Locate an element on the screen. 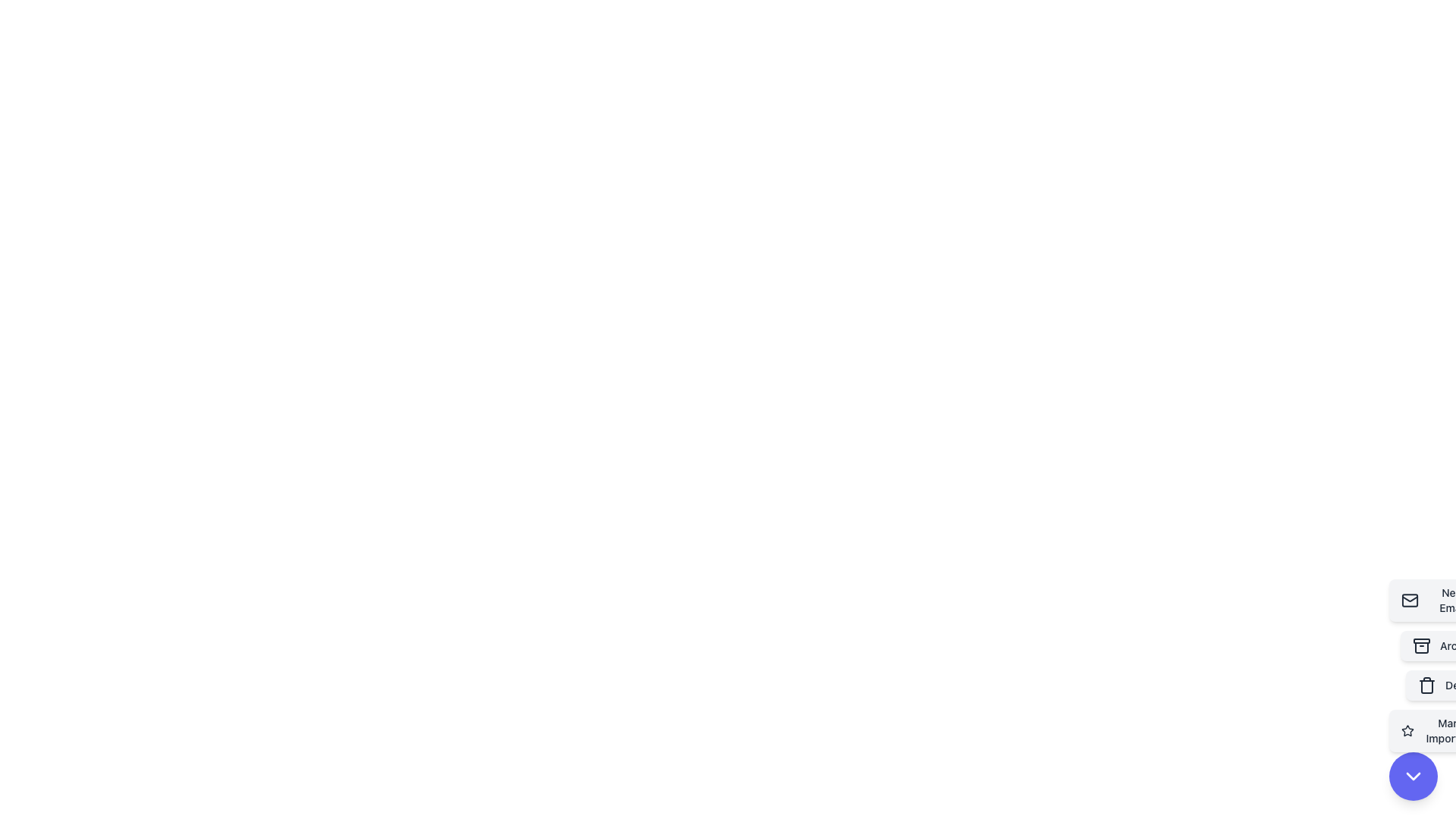  the downward-facing chevron icon located at the center of a circular button with a blue background is located at coordinates (1412, 776).